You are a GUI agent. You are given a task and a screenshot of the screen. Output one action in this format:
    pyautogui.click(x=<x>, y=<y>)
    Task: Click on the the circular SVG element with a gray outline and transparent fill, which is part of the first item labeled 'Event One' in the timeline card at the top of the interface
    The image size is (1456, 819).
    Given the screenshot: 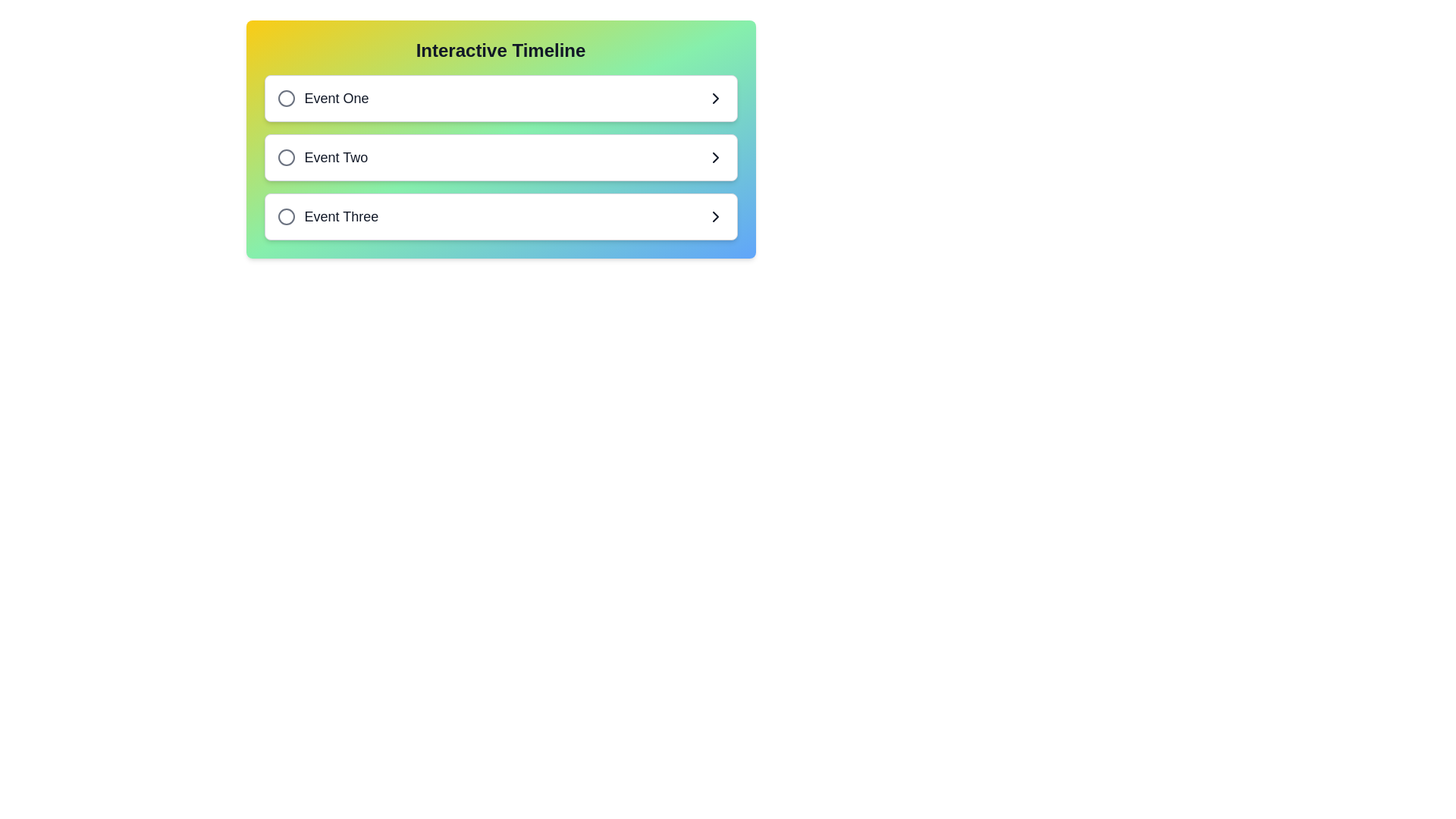 What is the action you would take?
    pyautogui.click(x=286, y=99)
    